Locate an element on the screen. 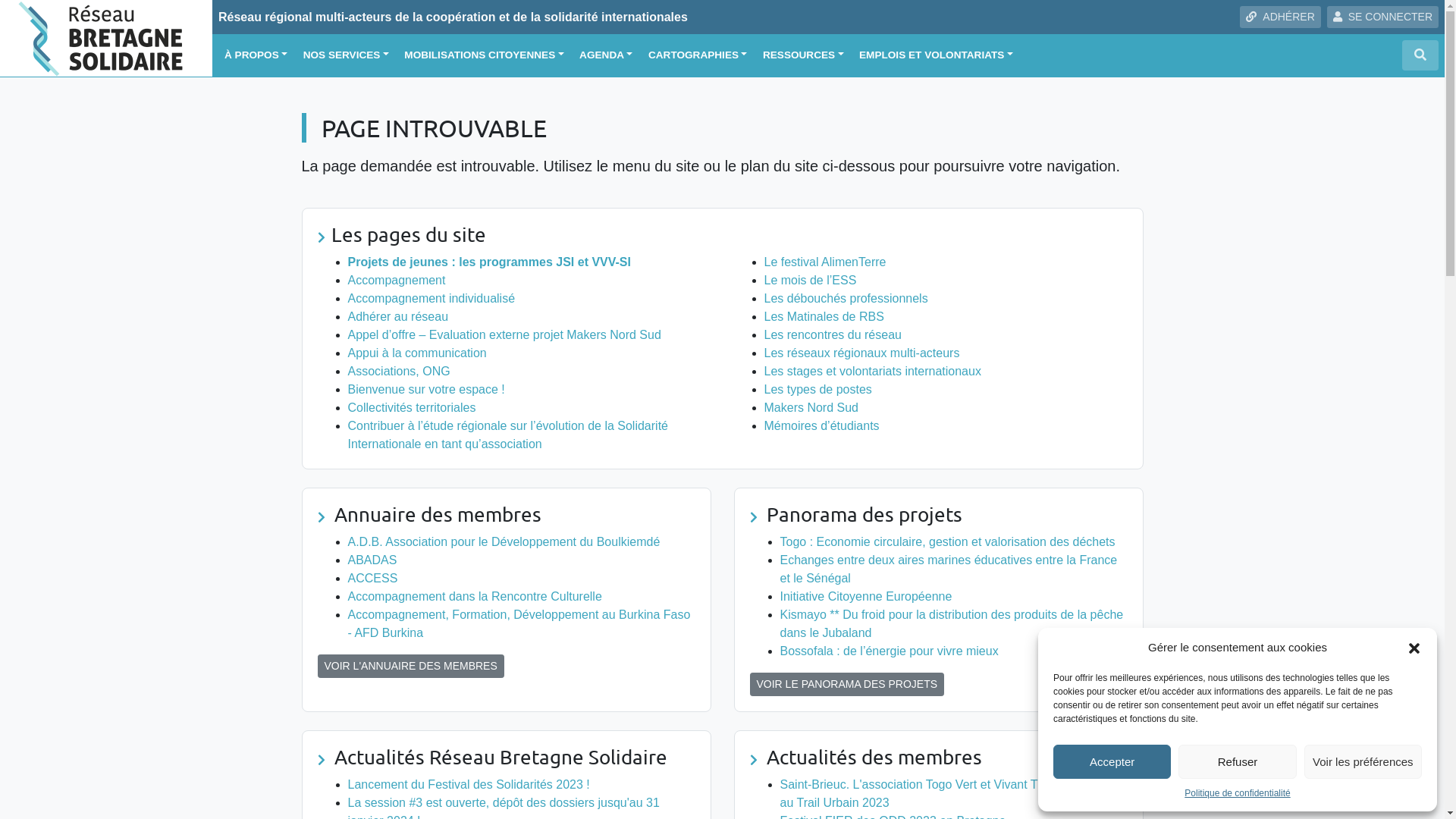  'ACCESS' is located at coordinates (372, 578).